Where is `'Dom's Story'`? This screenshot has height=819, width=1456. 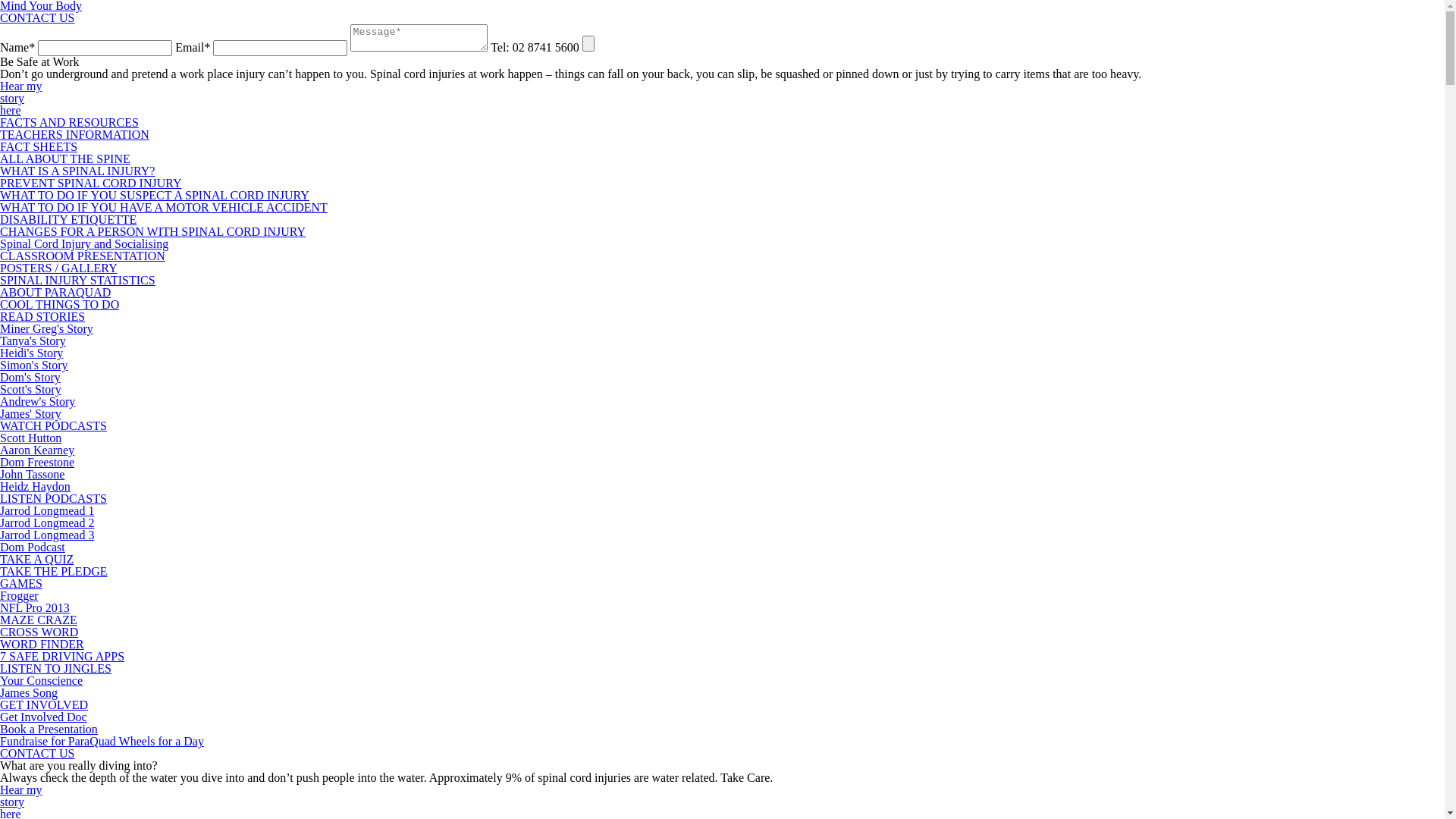 'Dom's Story' is located at coordinates (30, 376).